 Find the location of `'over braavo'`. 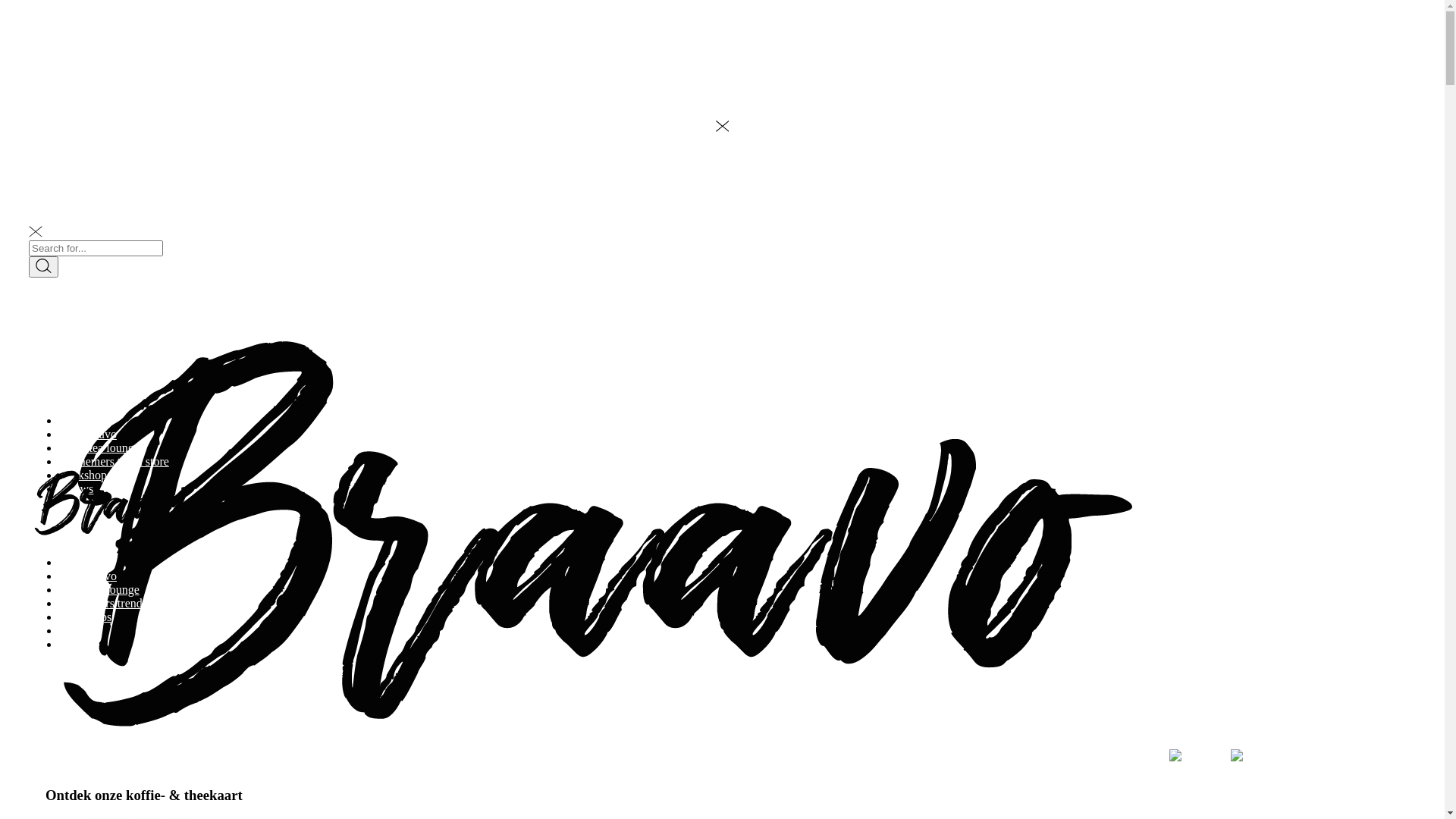

'over braavo' is located at coordinates (86, 434).